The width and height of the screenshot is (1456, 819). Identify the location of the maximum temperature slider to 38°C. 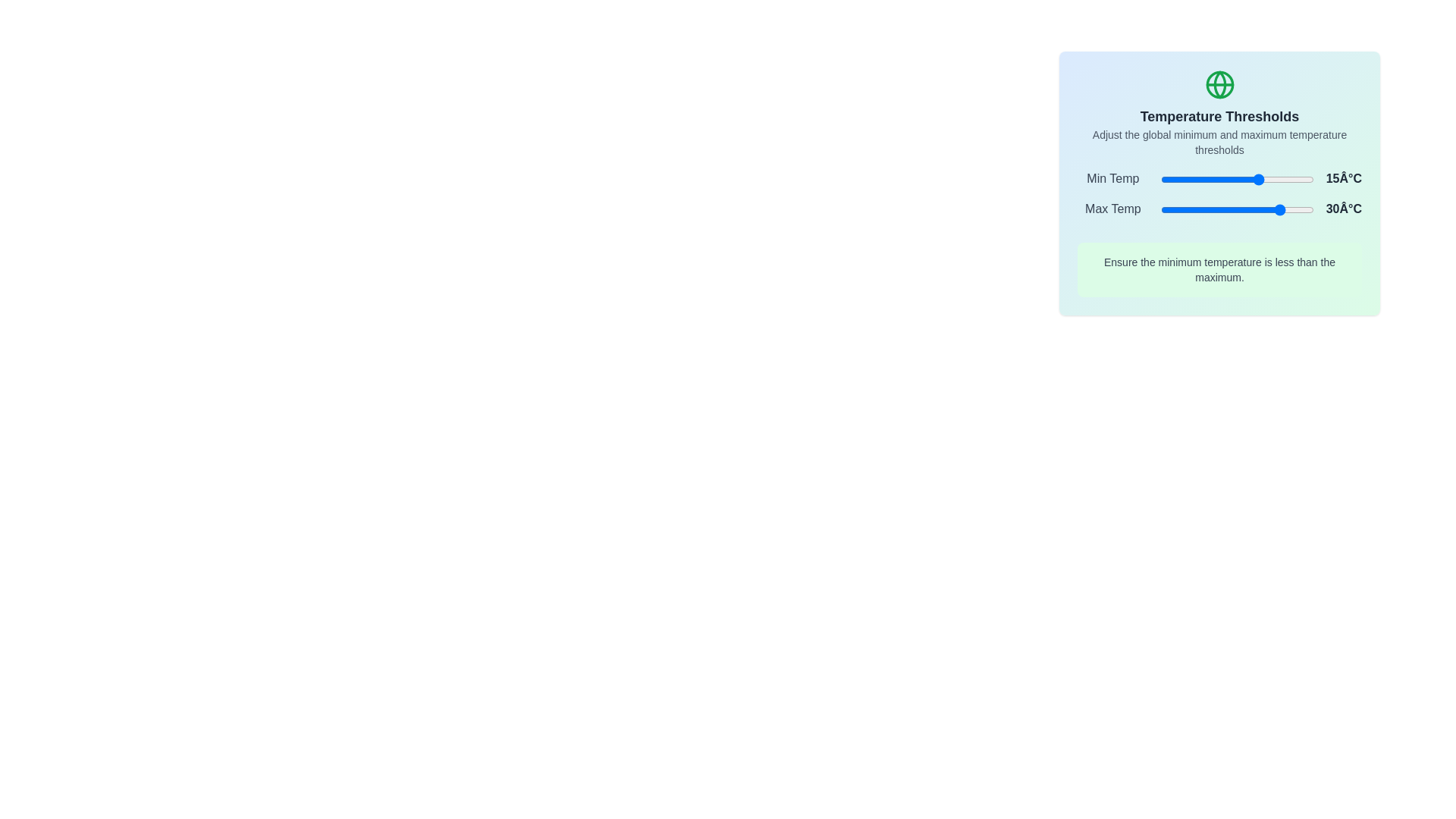
(1294, 210).